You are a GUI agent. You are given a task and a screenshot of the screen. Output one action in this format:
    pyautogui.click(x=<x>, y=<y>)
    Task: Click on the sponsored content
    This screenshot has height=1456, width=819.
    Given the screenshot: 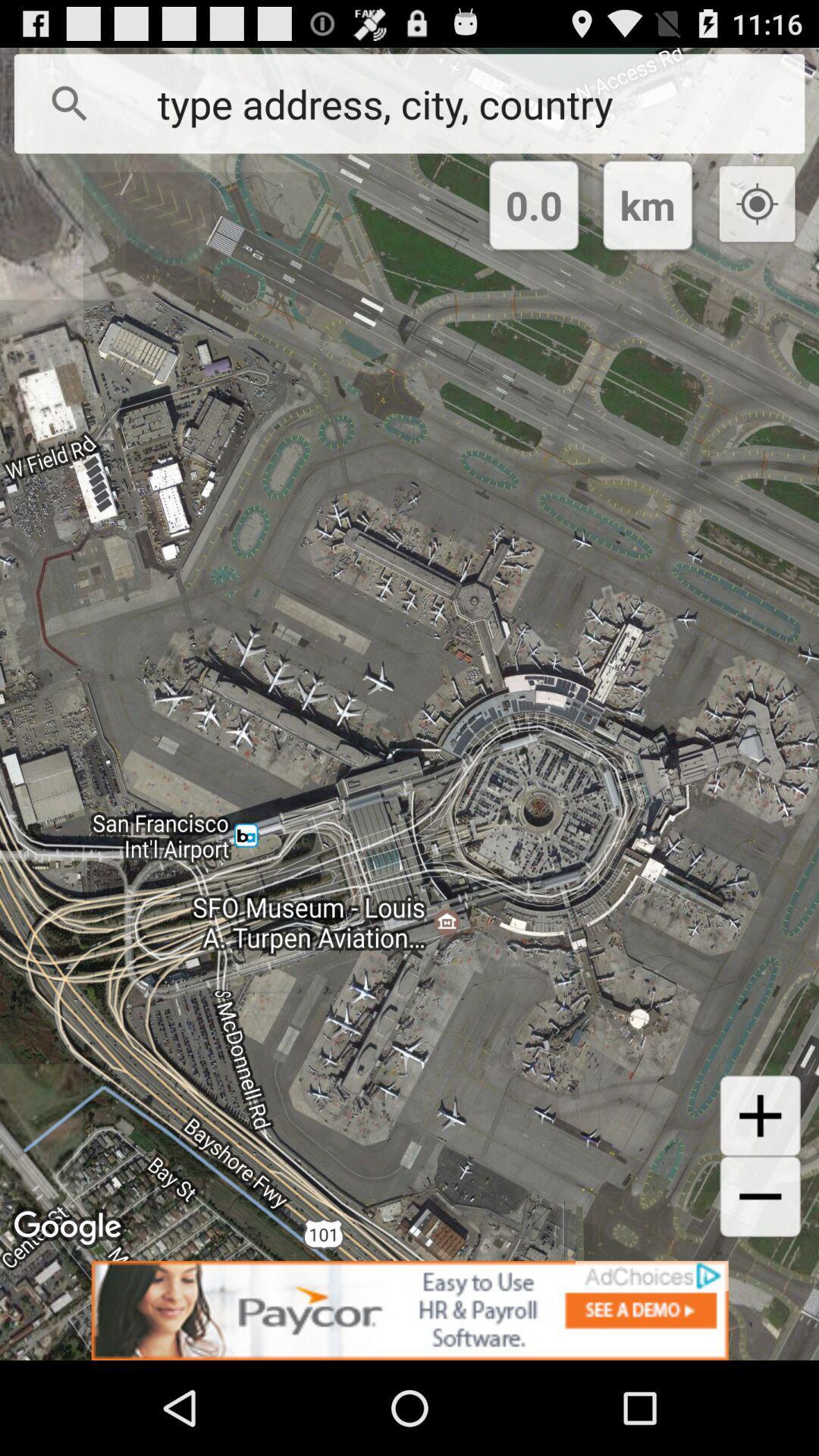 What is the action you would take?
    pyautogui.click(x=409, y=1310)
    